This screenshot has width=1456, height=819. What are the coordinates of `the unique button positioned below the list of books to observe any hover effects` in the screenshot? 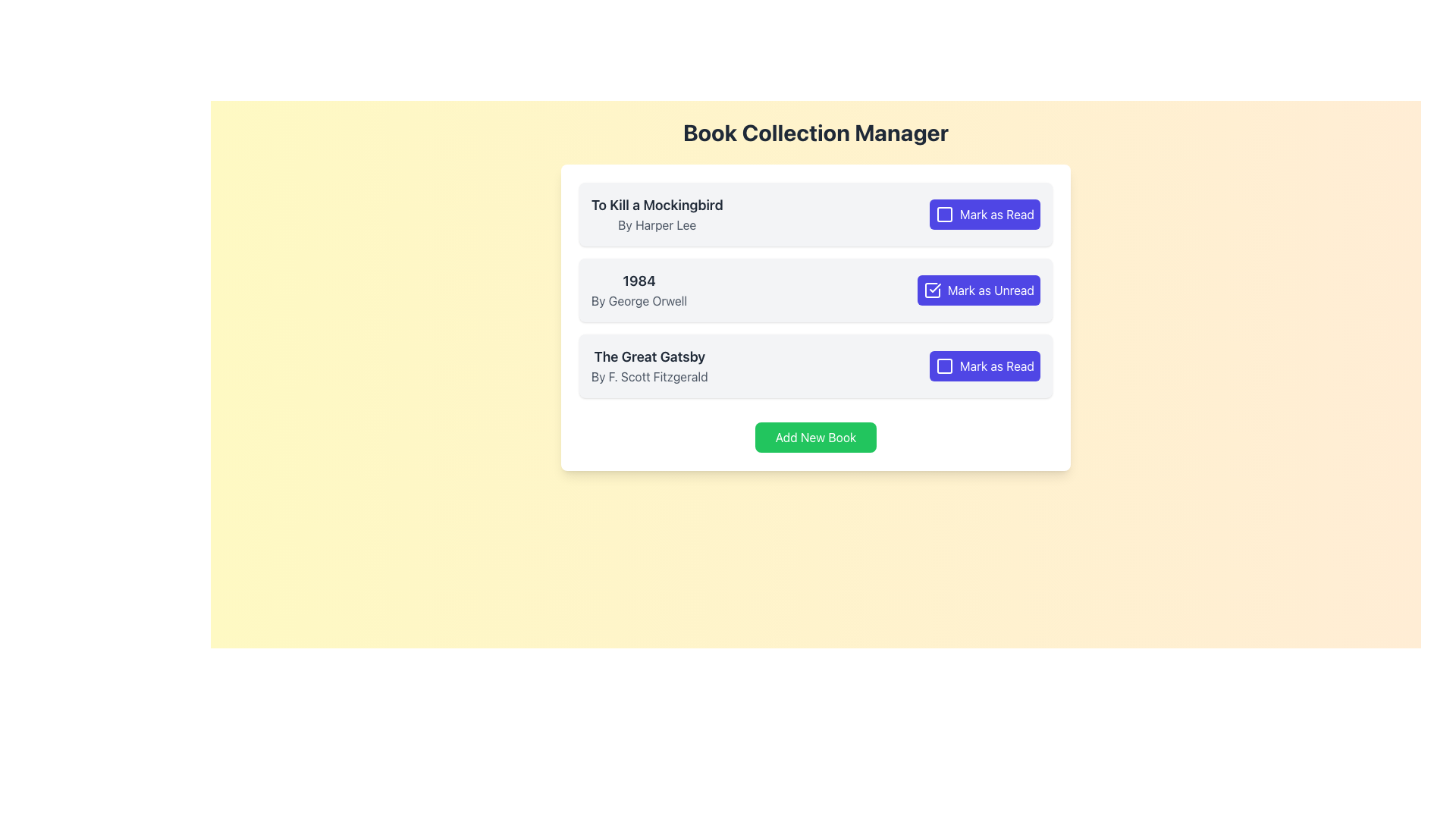 It's located at (814, 438).